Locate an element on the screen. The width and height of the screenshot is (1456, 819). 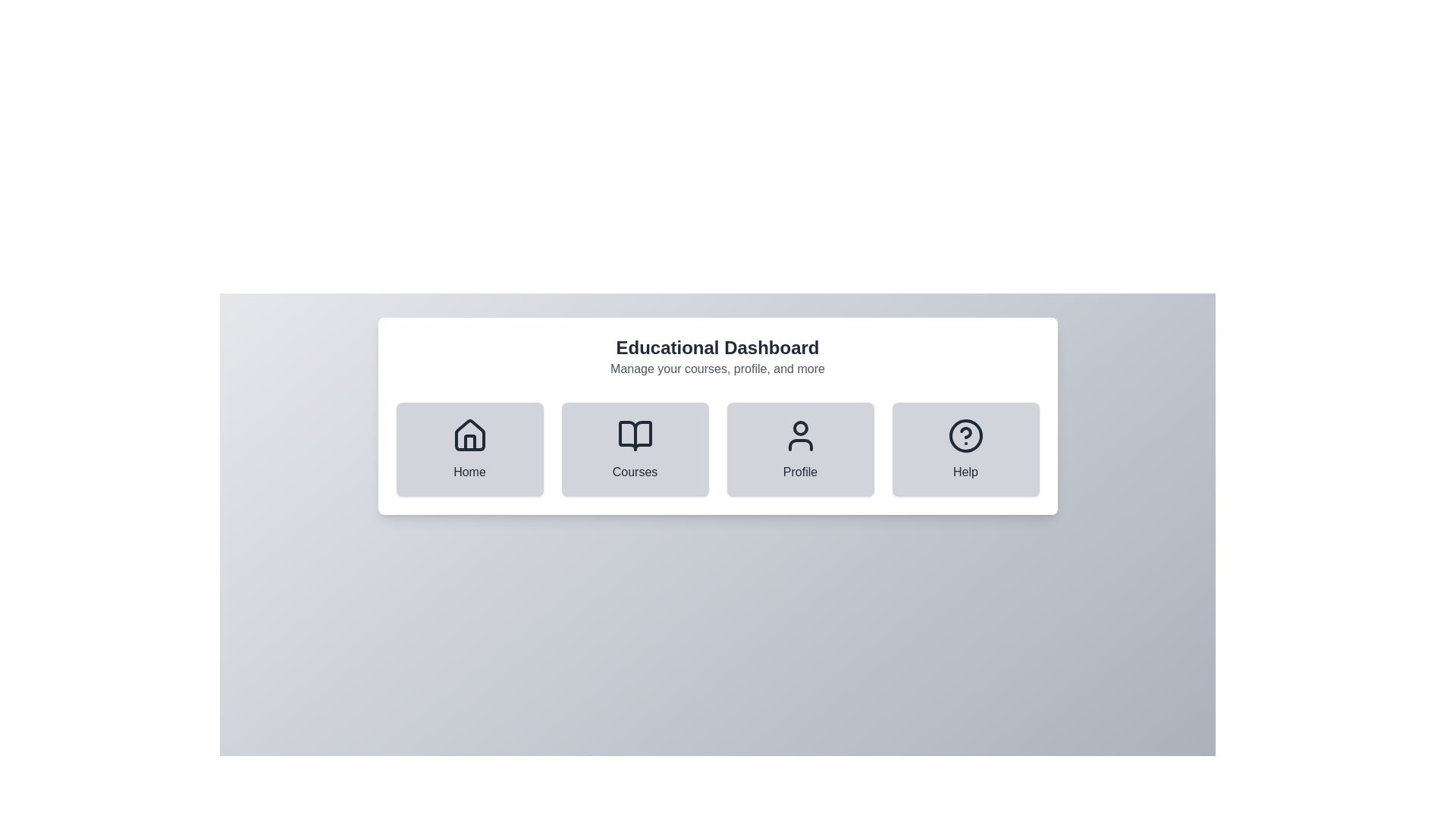
the Profile Icon, which is a lower half outline of a person in a stylized manner, located within the grid of selectable options is located at coordinates (799, 444).